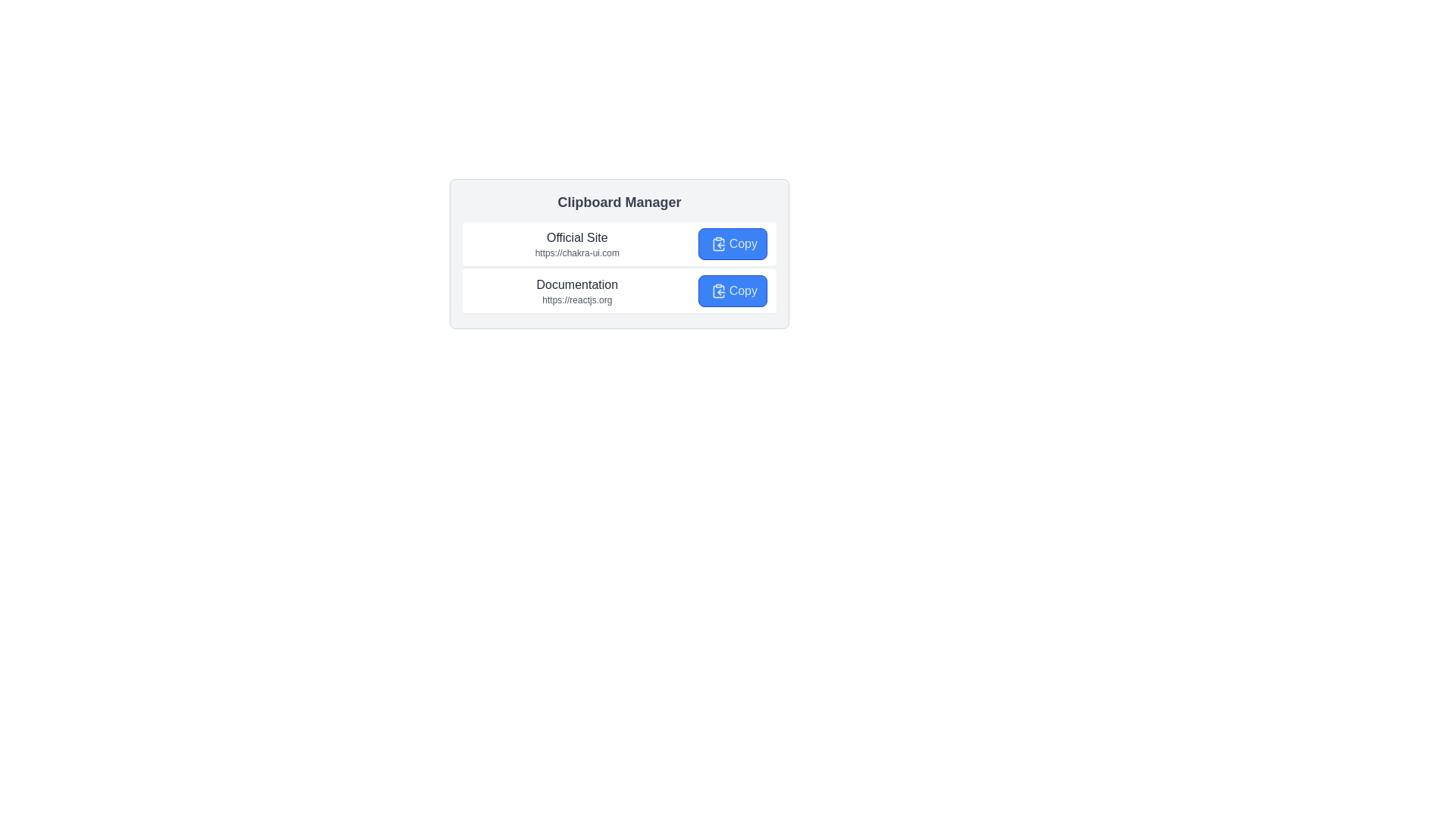  I want to click on the clipboard icon representing the copy action located within the 'Copy' button of the 'Documentation' row in the 'Clipboard Manager' interface, so click(717, 291).